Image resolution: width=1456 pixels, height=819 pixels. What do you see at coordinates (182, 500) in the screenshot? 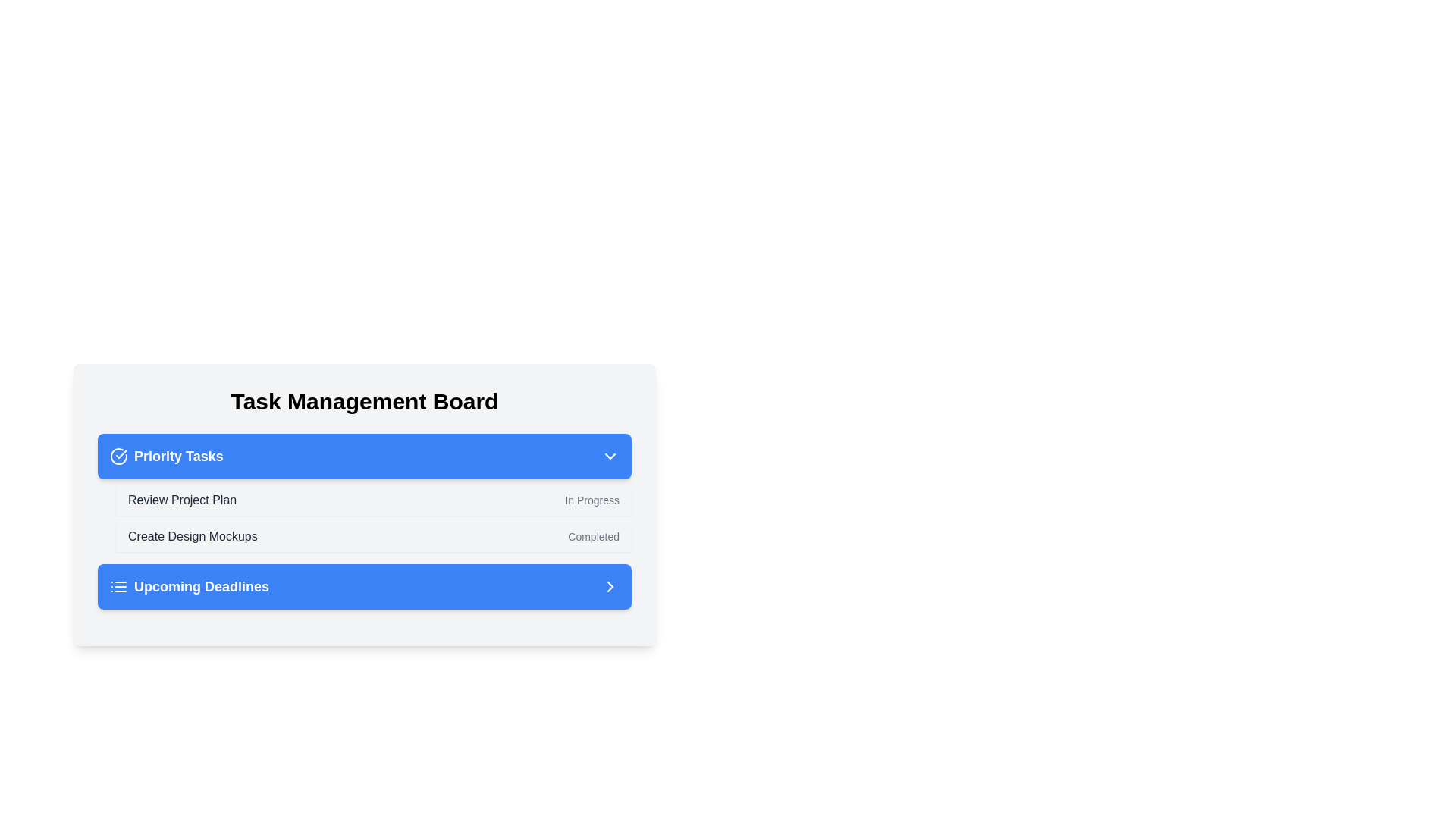
I see `the text label displaying the task title 'Review Project Plan', which is the first item in the 'Priority Tasks' section` at bounding box center [182, 500].